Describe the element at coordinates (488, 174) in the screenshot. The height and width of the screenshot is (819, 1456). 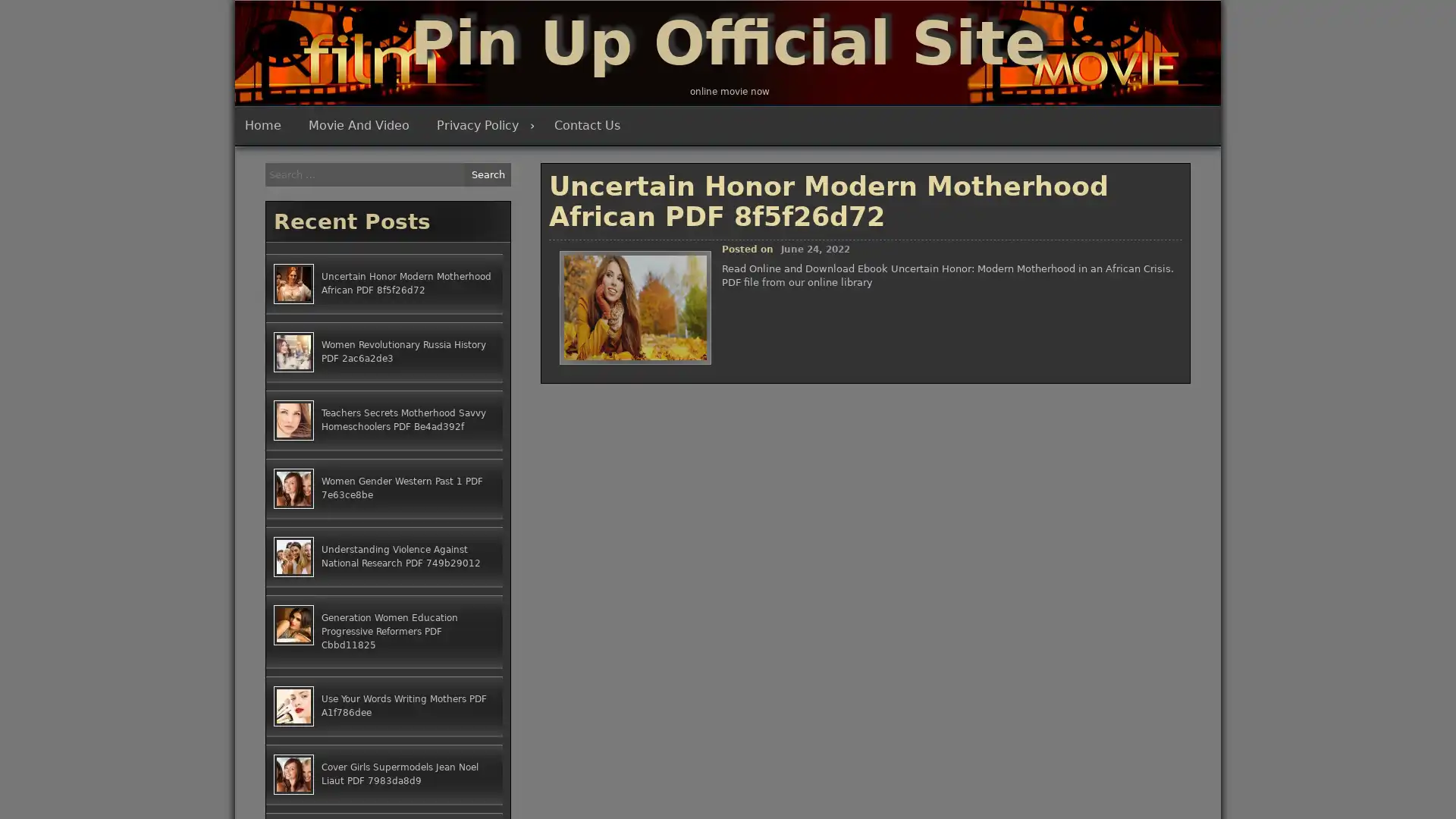
I see `Search` at that location.